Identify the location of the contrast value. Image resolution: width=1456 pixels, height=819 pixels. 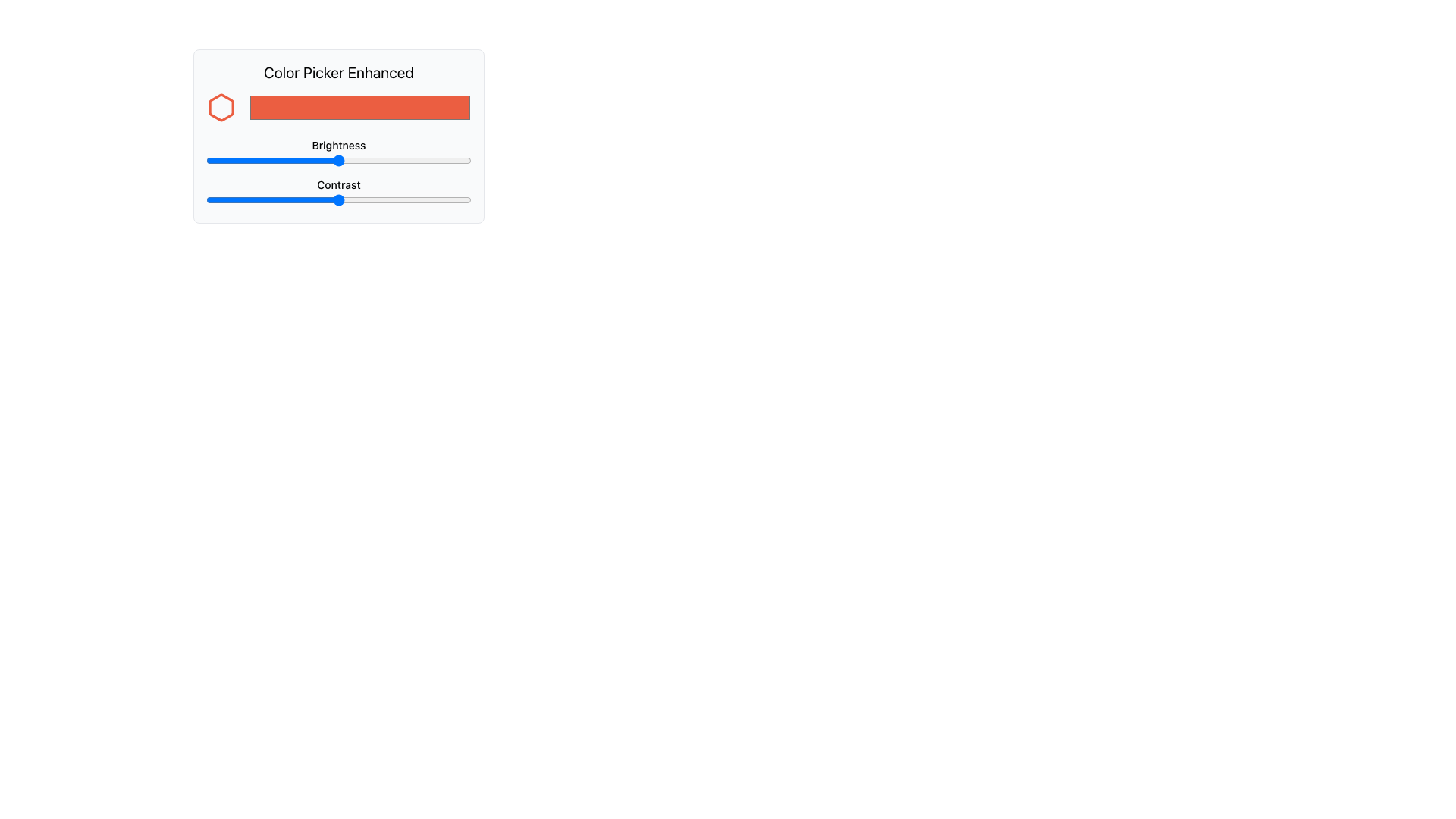
(296, 199).